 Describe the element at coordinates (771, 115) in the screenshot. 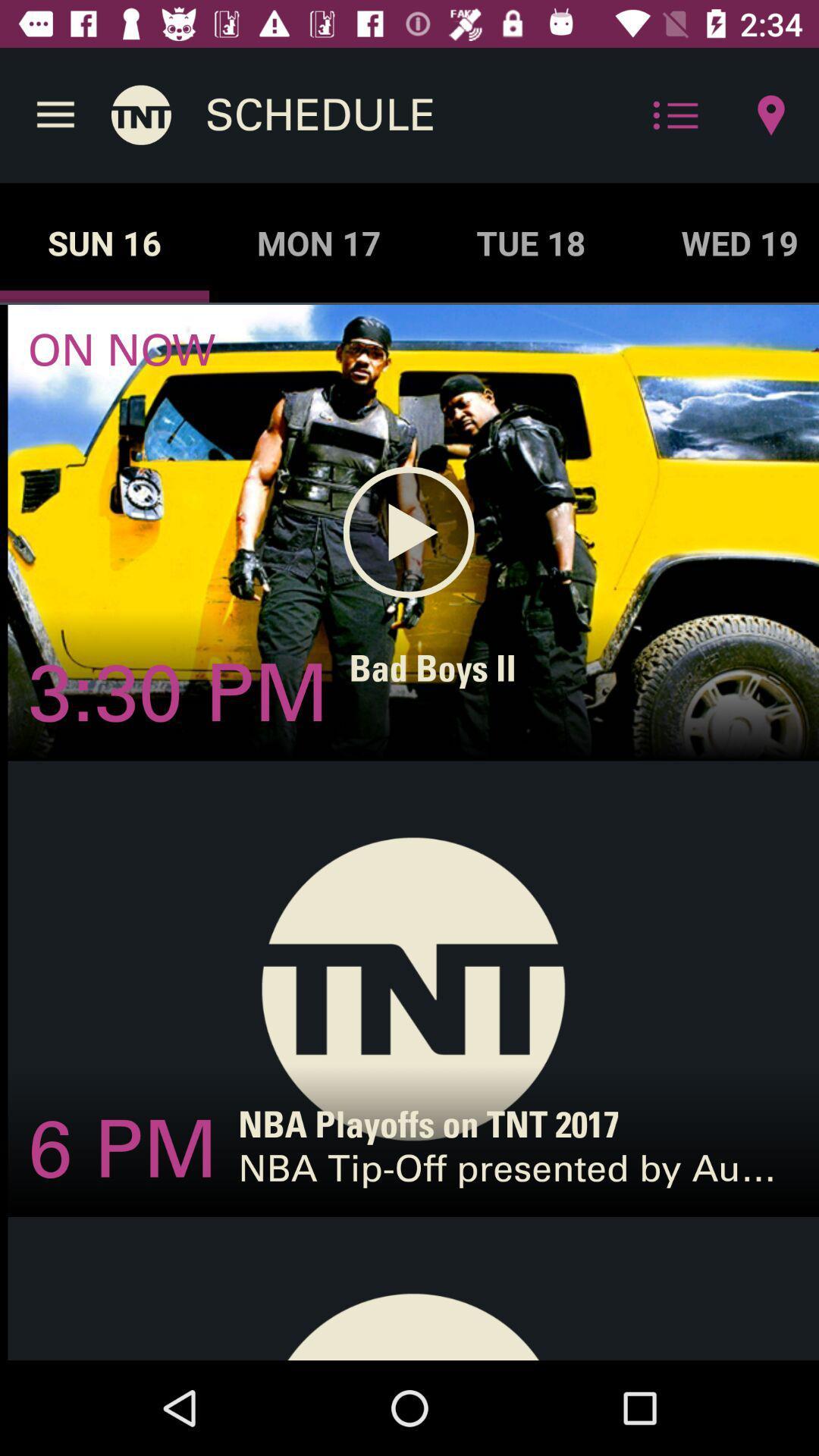

I see `the app above wed 19 icon` at that location.